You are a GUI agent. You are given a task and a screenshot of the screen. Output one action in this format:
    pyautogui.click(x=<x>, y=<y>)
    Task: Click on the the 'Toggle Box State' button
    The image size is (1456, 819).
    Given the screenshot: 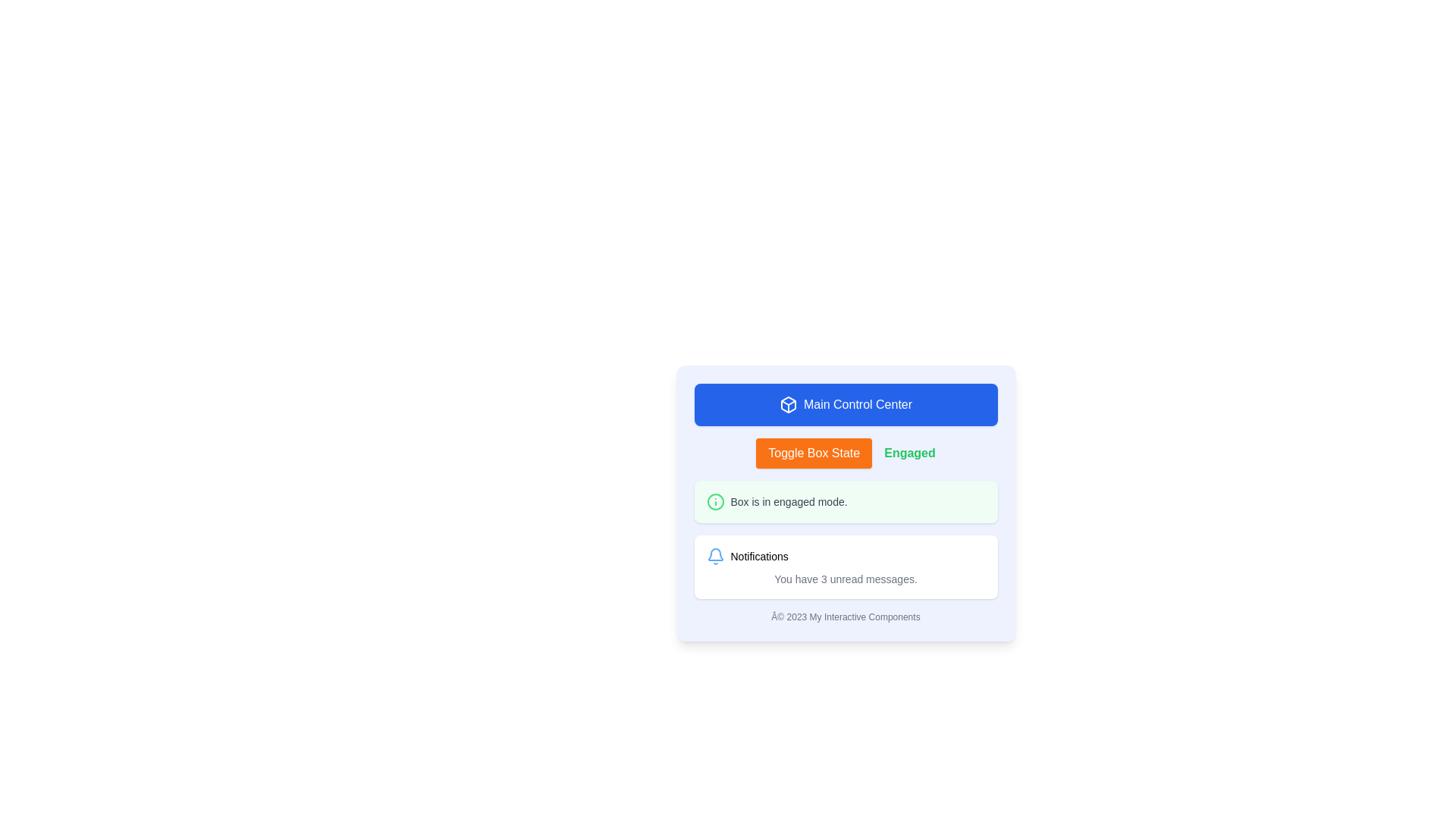 What is the action you would take?
    pyautogui.click(x=813, y=452)
    